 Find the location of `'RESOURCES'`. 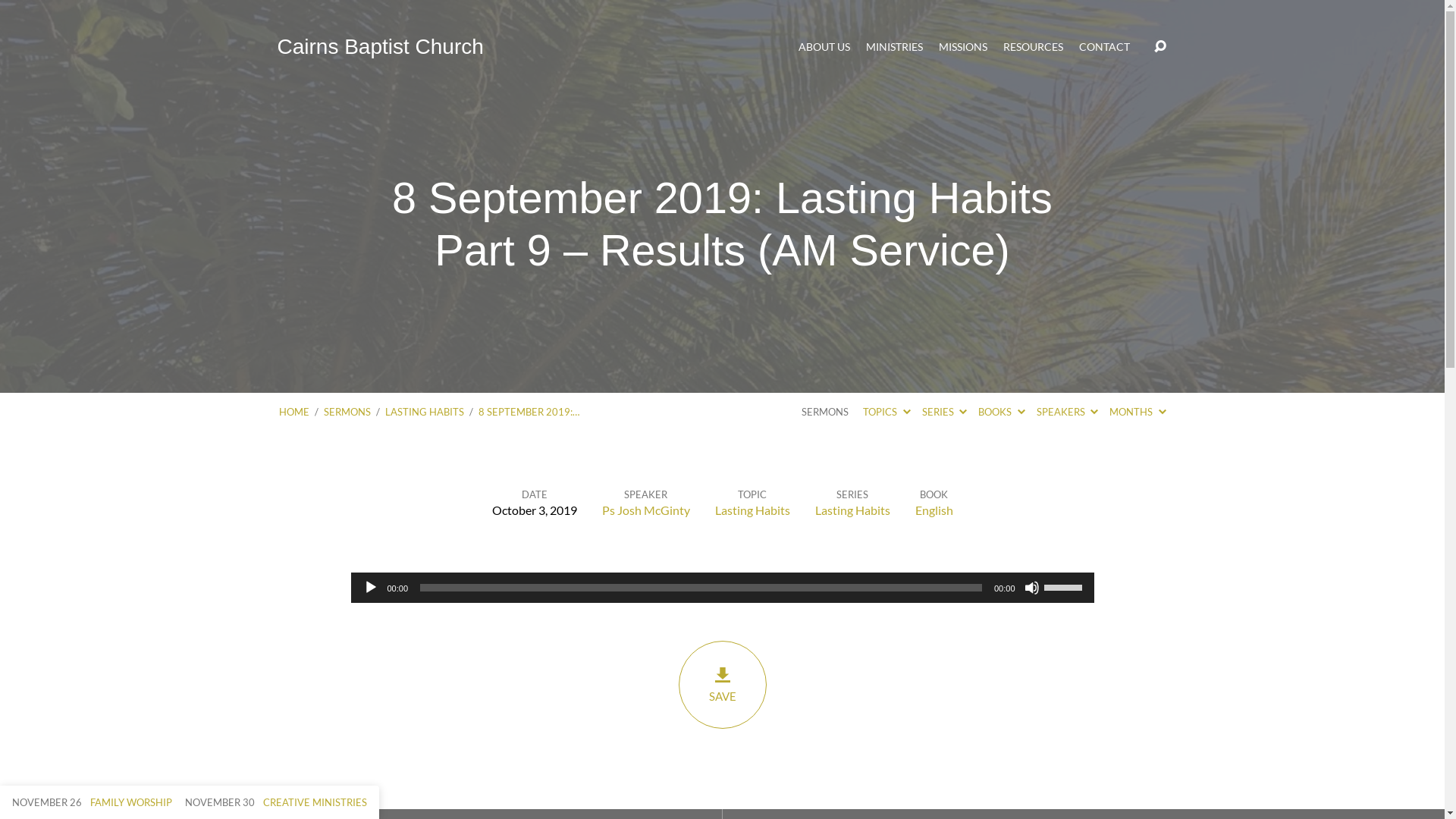

'RESOURCES' is located at coordinates (1032, 45).